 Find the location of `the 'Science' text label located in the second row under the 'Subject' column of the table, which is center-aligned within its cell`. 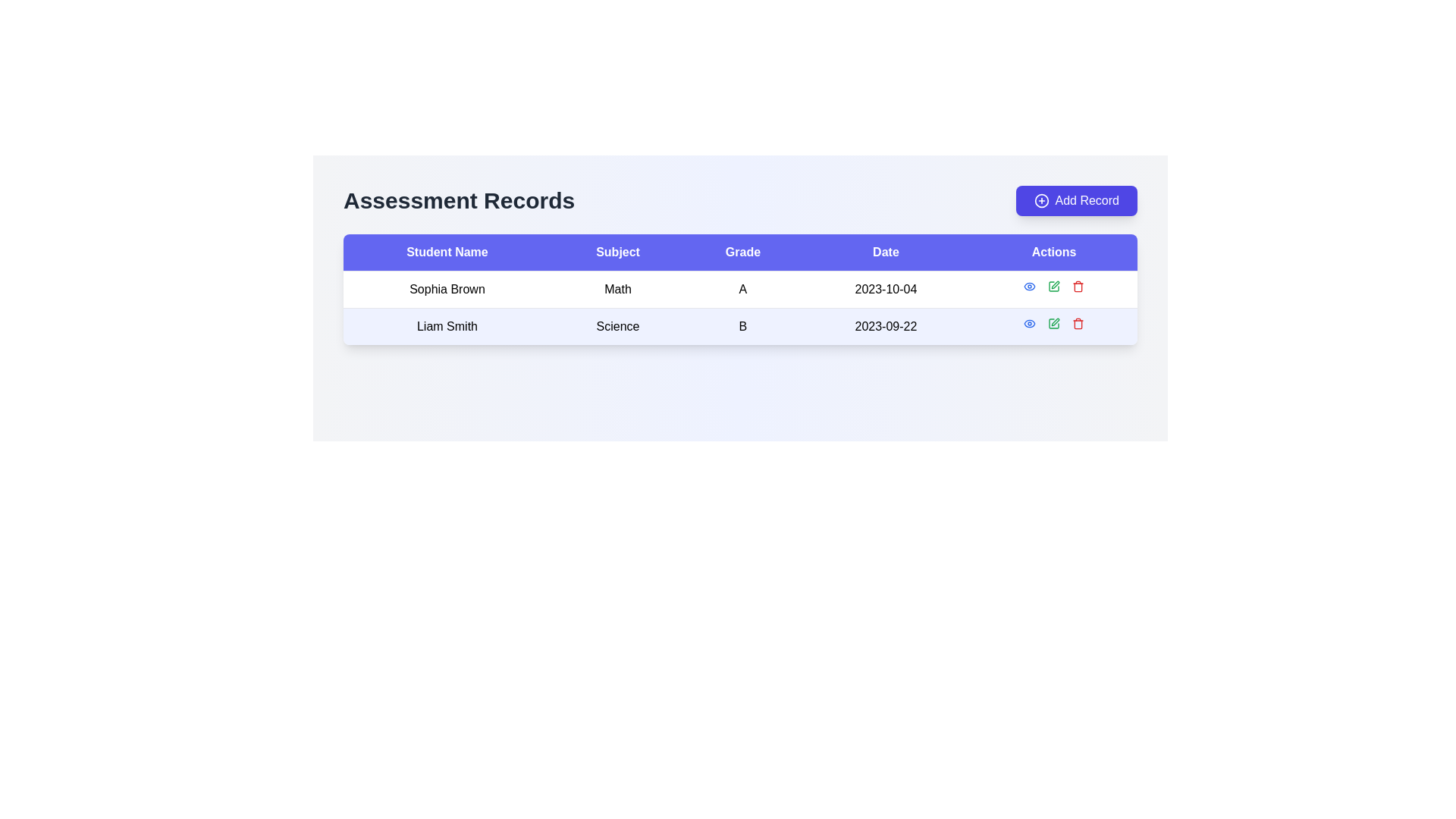

the 'Science' text label located in the second row under the 'Subject' column of the table, which is center-aligned within its cell is located at coordinates (618, 325).